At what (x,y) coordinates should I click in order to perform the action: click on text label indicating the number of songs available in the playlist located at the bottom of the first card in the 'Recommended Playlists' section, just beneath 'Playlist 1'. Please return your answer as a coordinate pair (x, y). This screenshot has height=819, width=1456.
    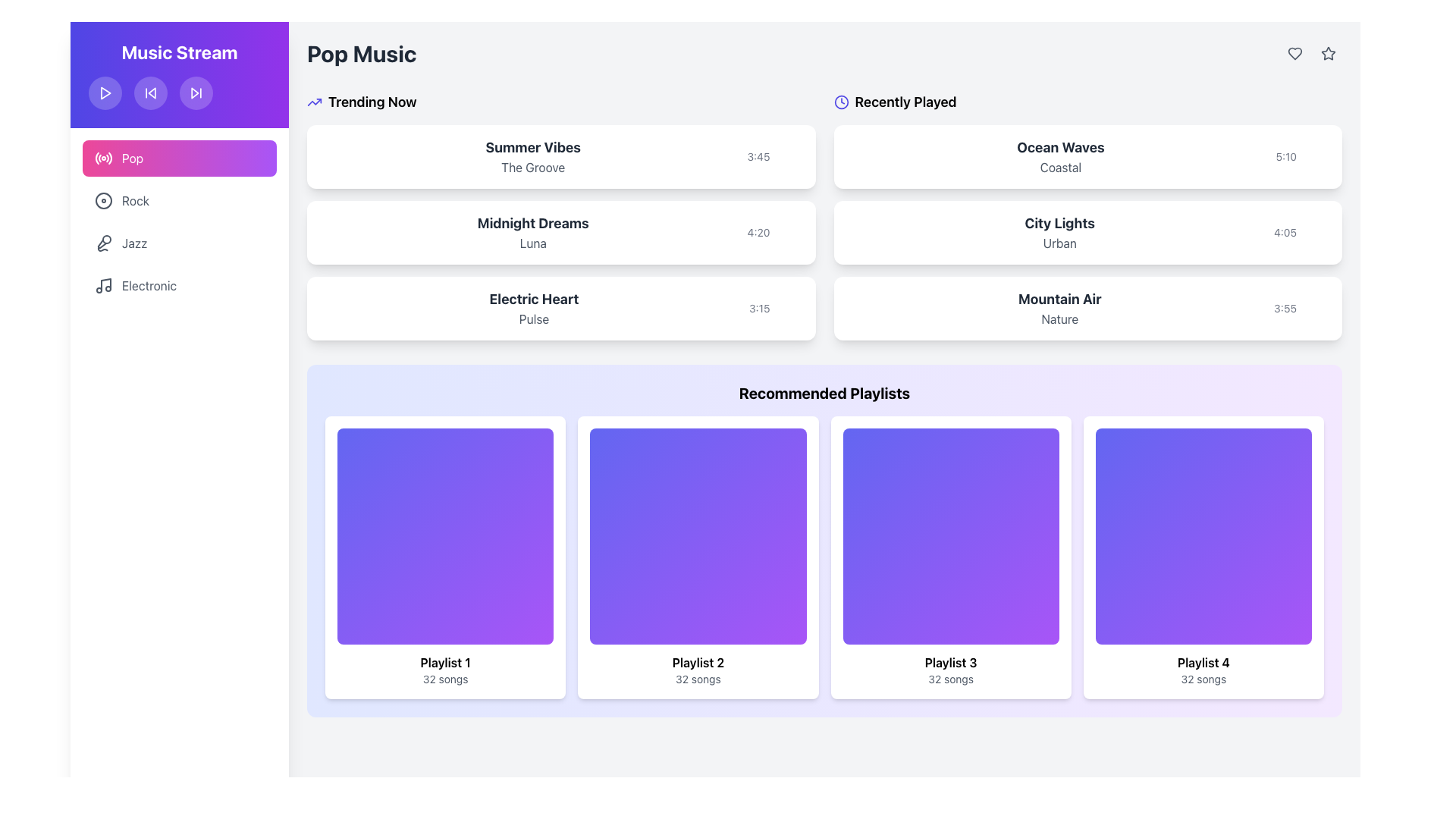
    Looking at the image, I should click on (444, 679).